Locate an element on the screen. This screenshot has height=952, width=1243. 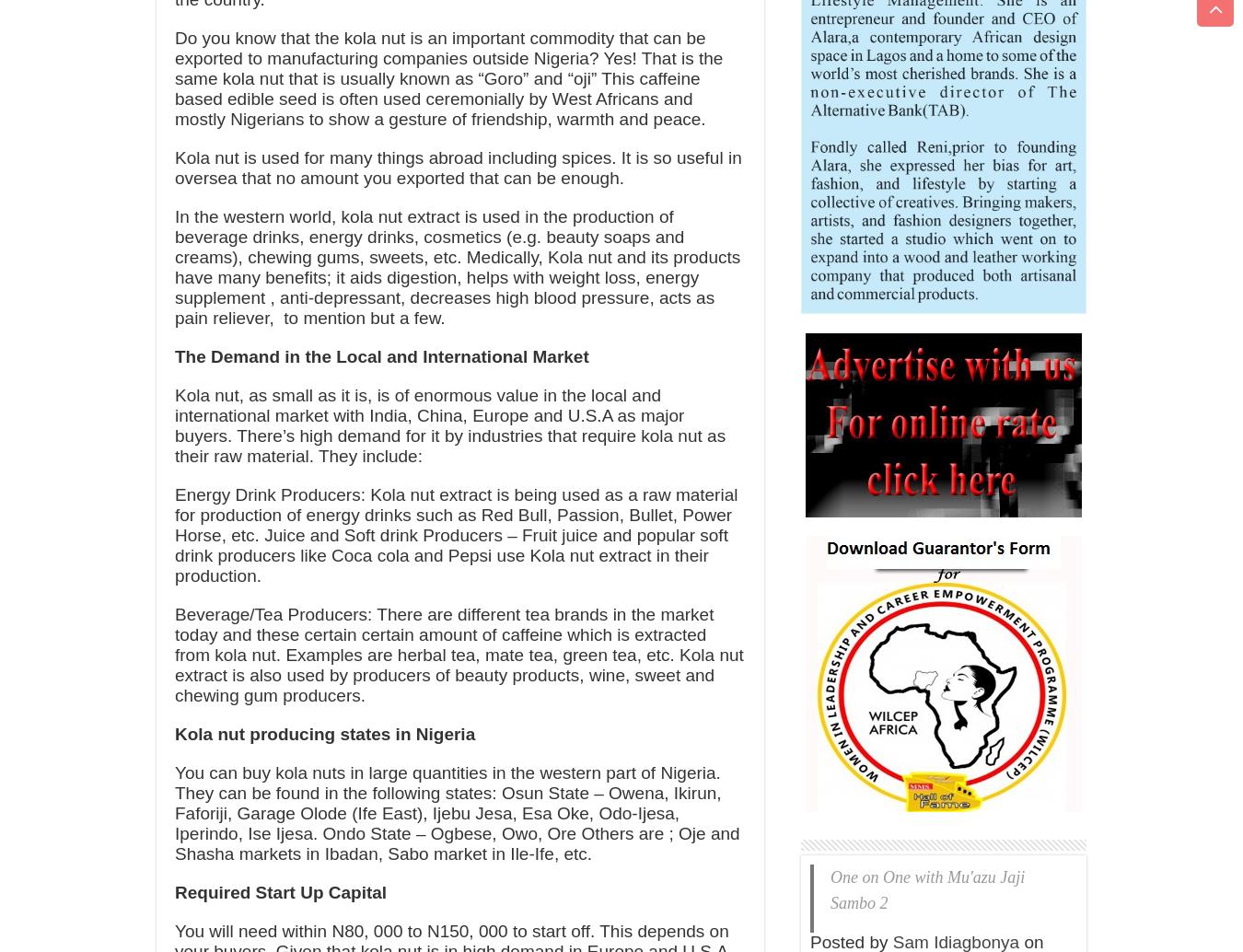
'Beverage/Tea Producers: There are different tea brands in the market today and these certain certain amount of caffeine which is extracted from kola nut. Examples are herbal tea, mate tea, green tea, etc. Kola nut extract is also used by producers of beauty products, wine, sweet and chewing gum producers.' is located at coordinates (174, 655).